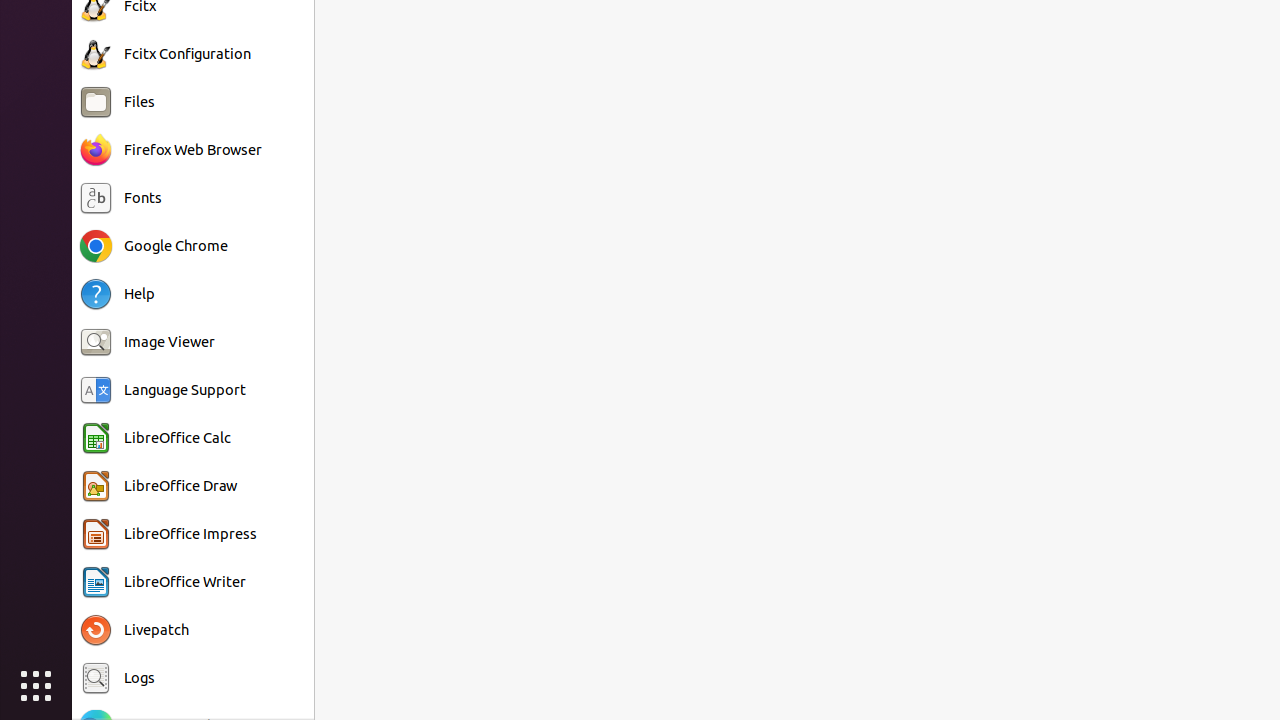 Image resolution: width=1280 pixels, height=720 pixels. Describe the element at coordinates (184, 390) in the screenshot. I see `'Language Support'` at that location.